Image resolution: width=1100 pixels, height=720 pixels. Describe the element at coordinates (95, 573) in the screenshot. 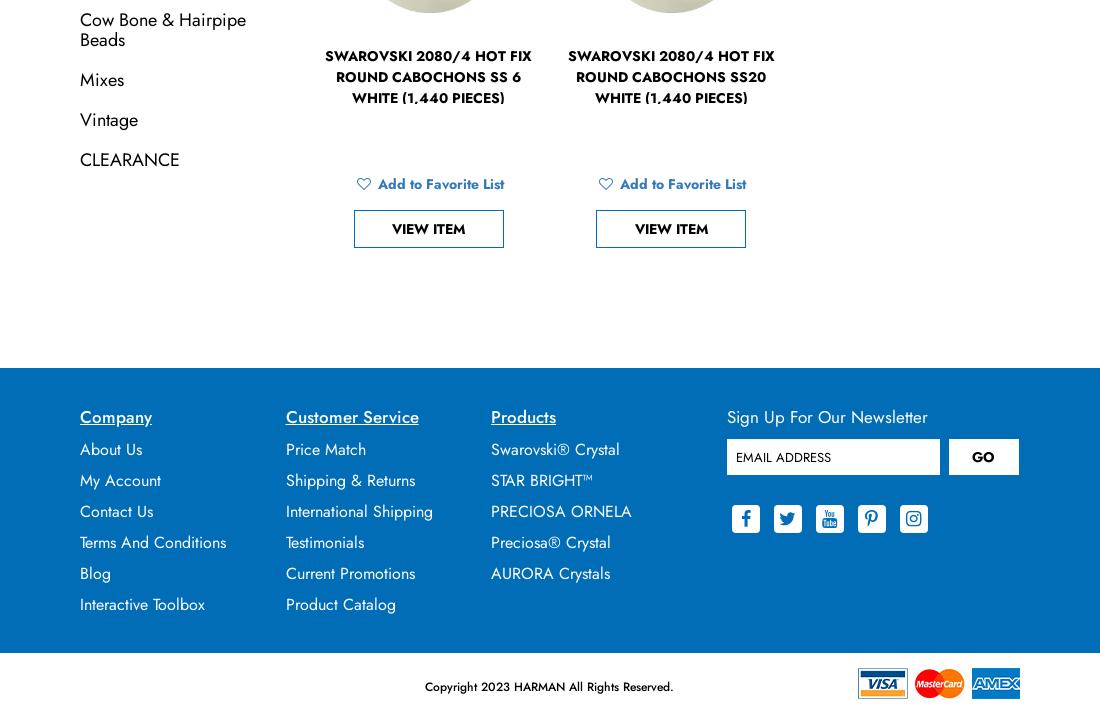

I see `'Blog'` at that location.